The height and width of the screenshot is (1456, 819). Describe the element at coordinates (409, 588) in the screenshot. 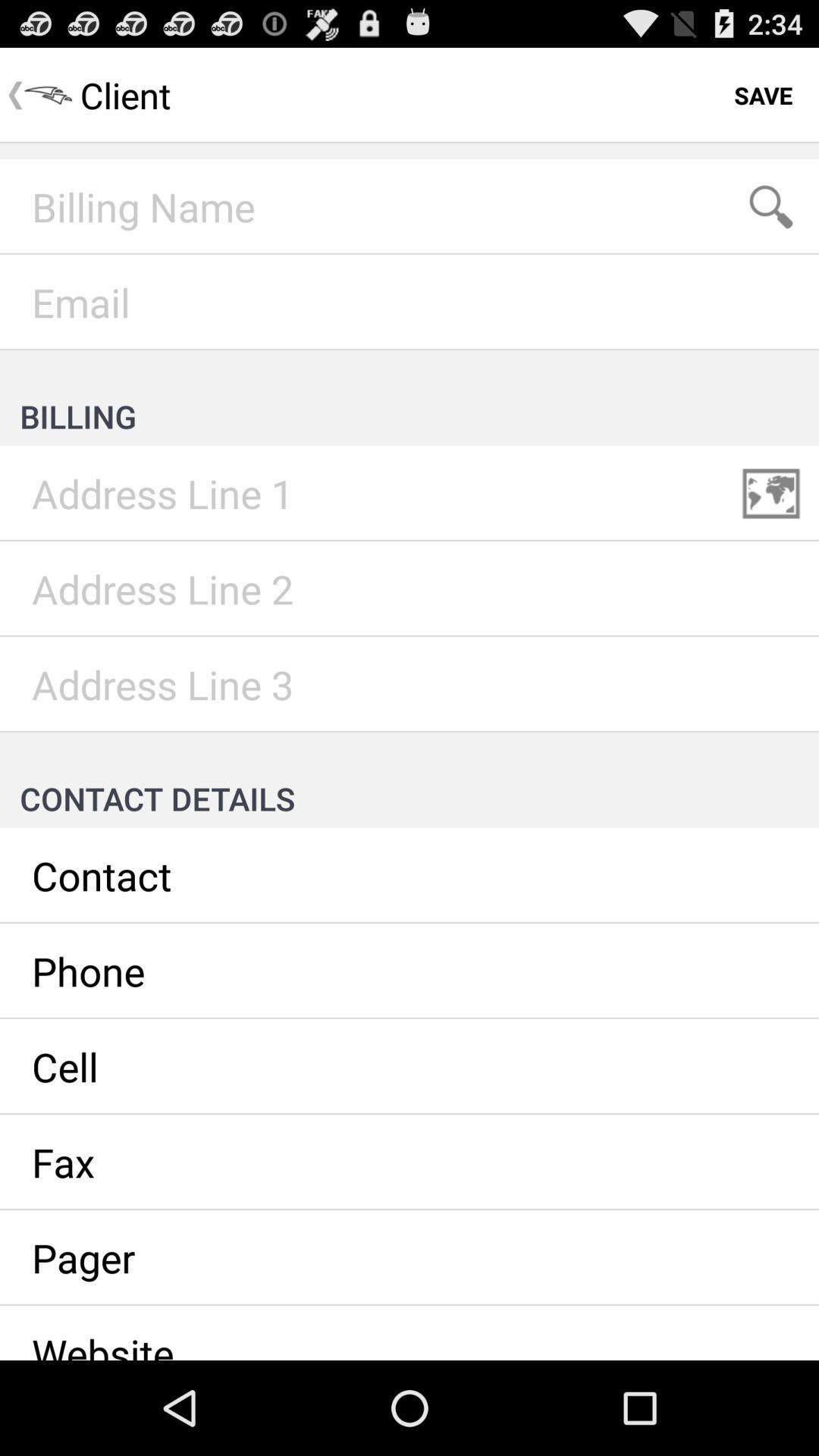

I see `address line 2` at that location.